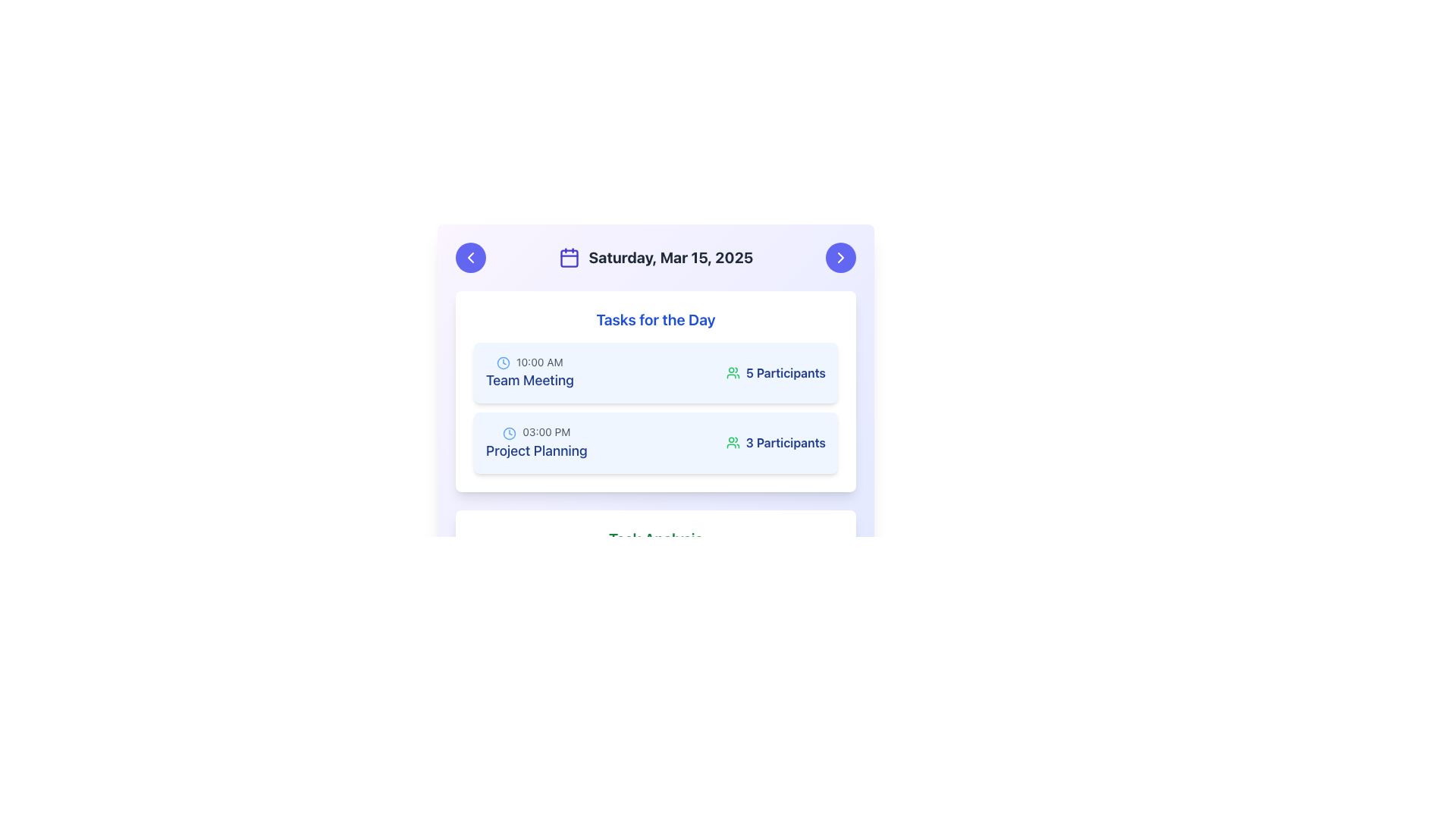 The height and width of the screenshot is (819, 1456). Describe the element at coordinates (839, 256) in the screenshot. I see `the navigation button located at the far right of the header section, which features a rightward arrow icon` at that location.